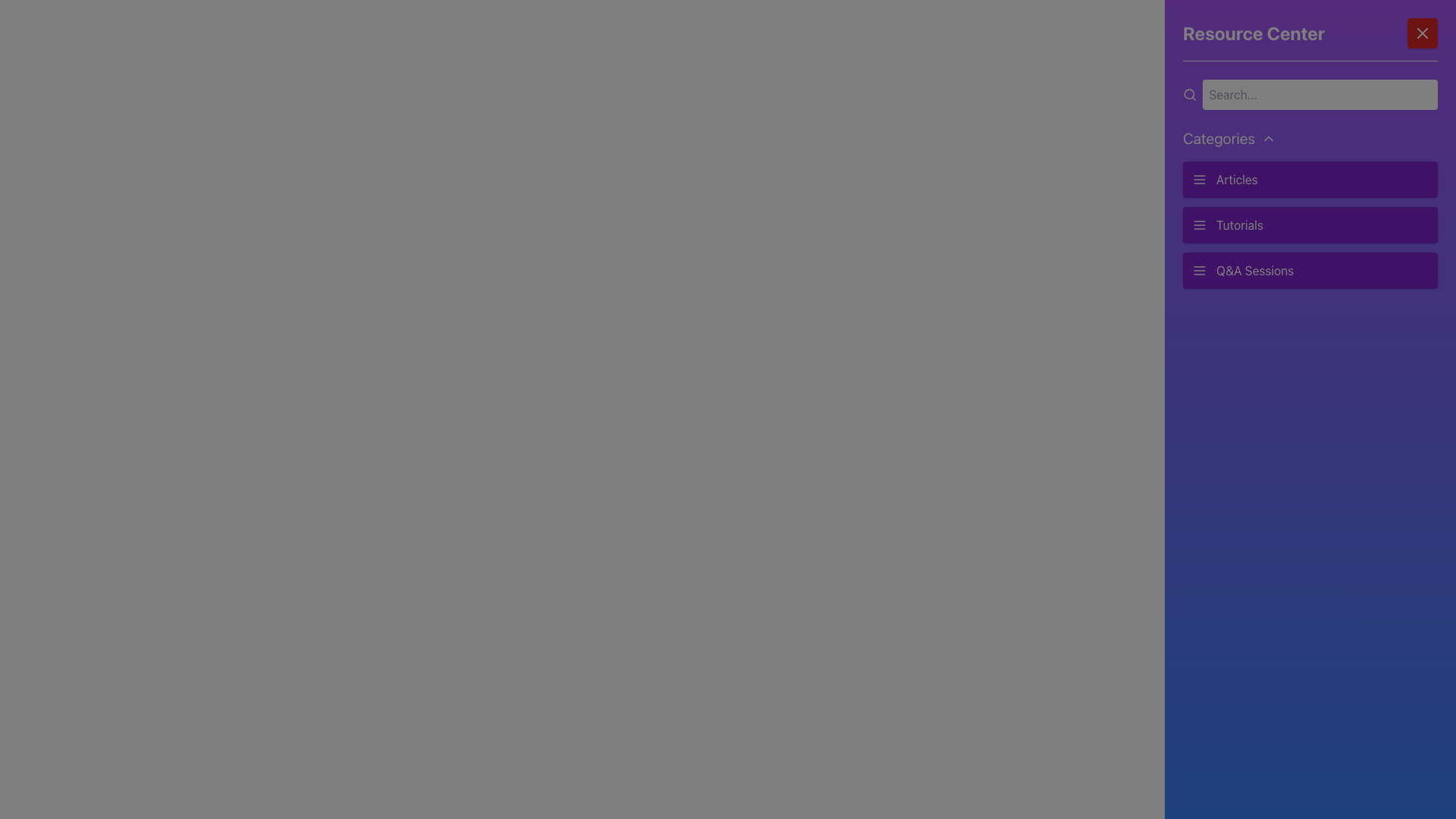 This screenshot has height=819, width=1456. I want to click on the 'Tutorials' navigation button located, so click(1310, 225).